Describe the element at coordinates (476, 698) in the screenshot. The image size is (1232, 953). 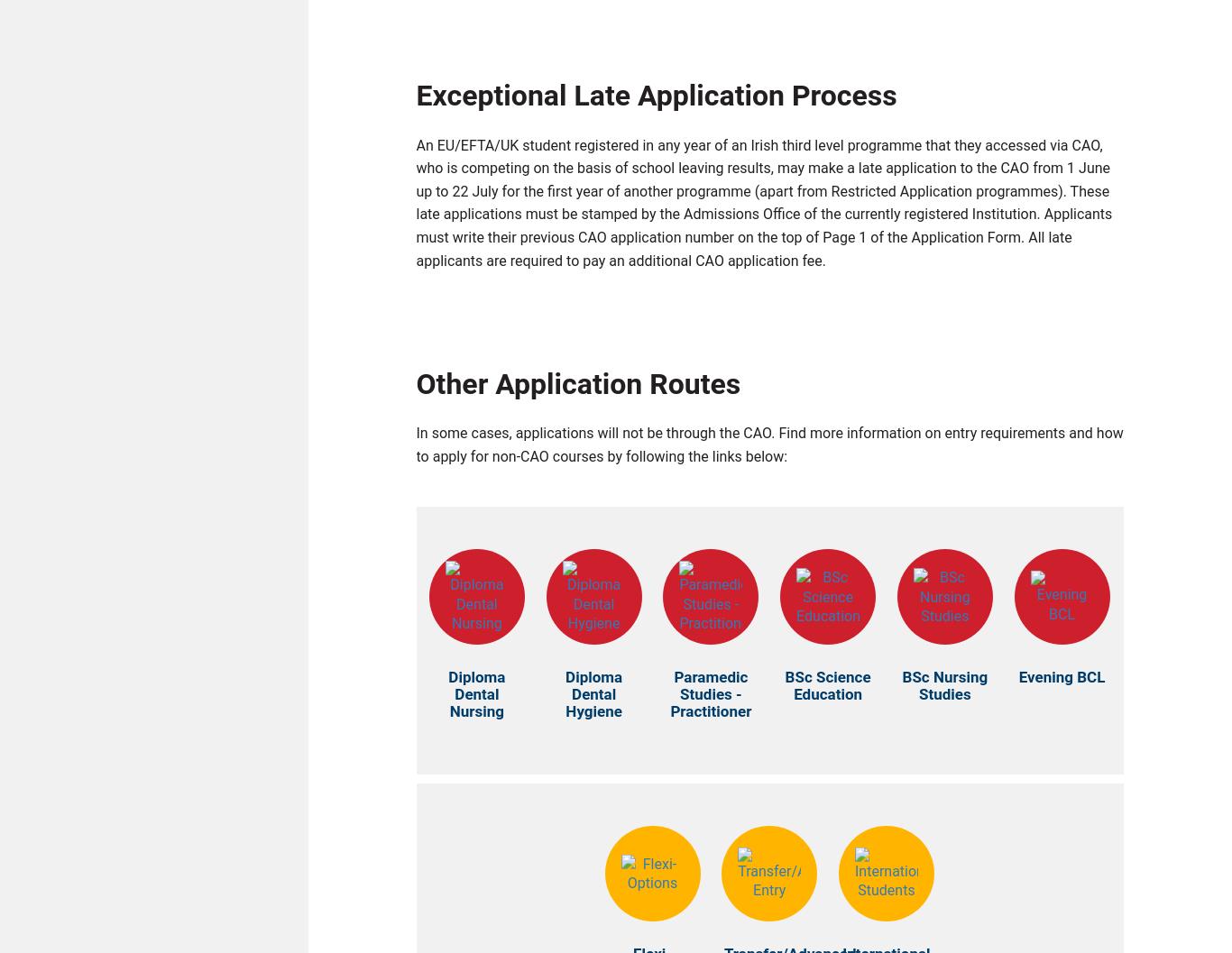
I see `'Diploma Dental Nursing'` at that location.